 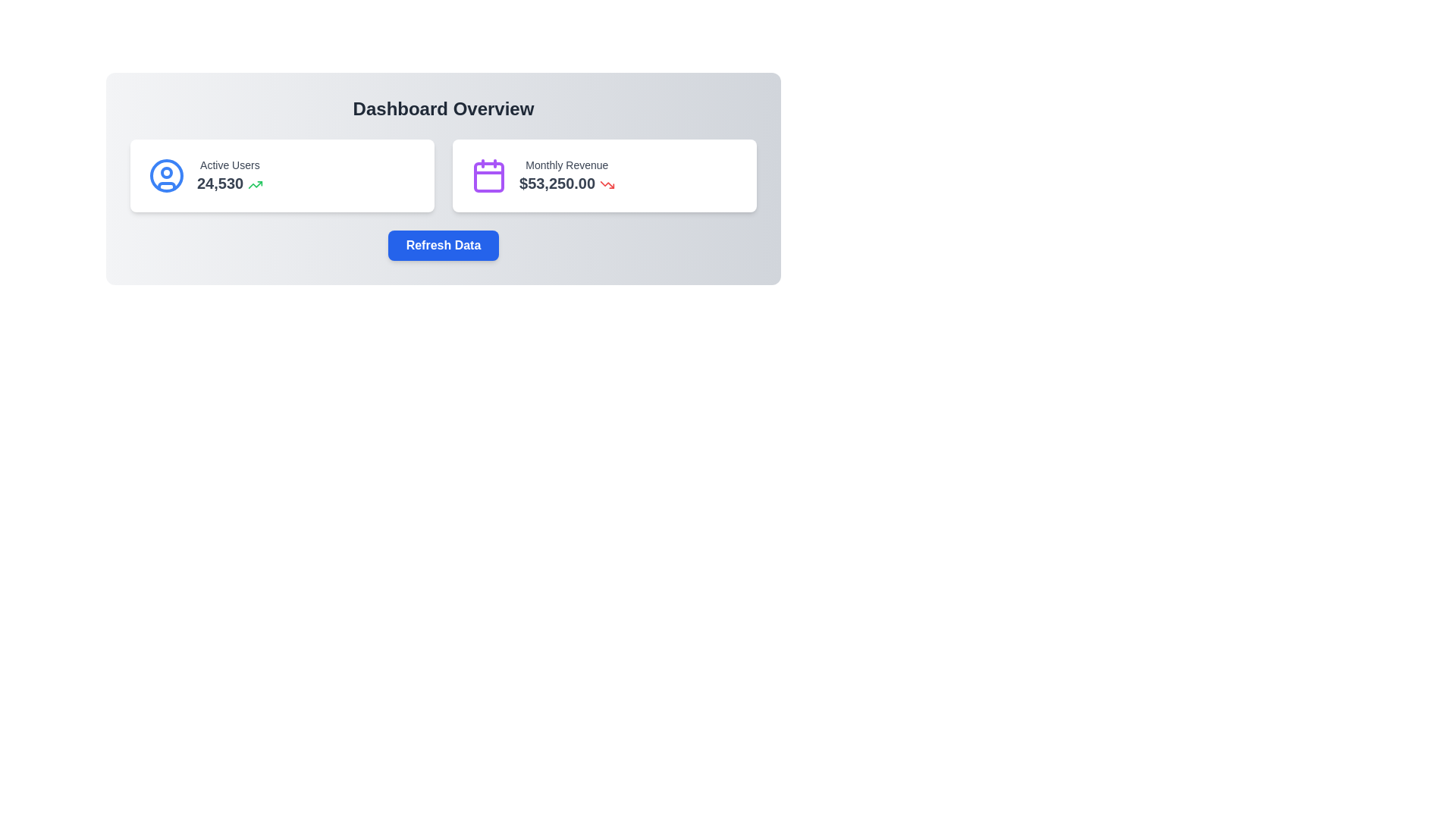 What do you see at coordinates (443, 245) in the screenshot?
I see `the refresh button located centrally beneath the 'Active Users' and 'Monthly Revenue' data cards in the 'Dashboard Overview' to refresh the displayed data` at bounding box center [443, 245].